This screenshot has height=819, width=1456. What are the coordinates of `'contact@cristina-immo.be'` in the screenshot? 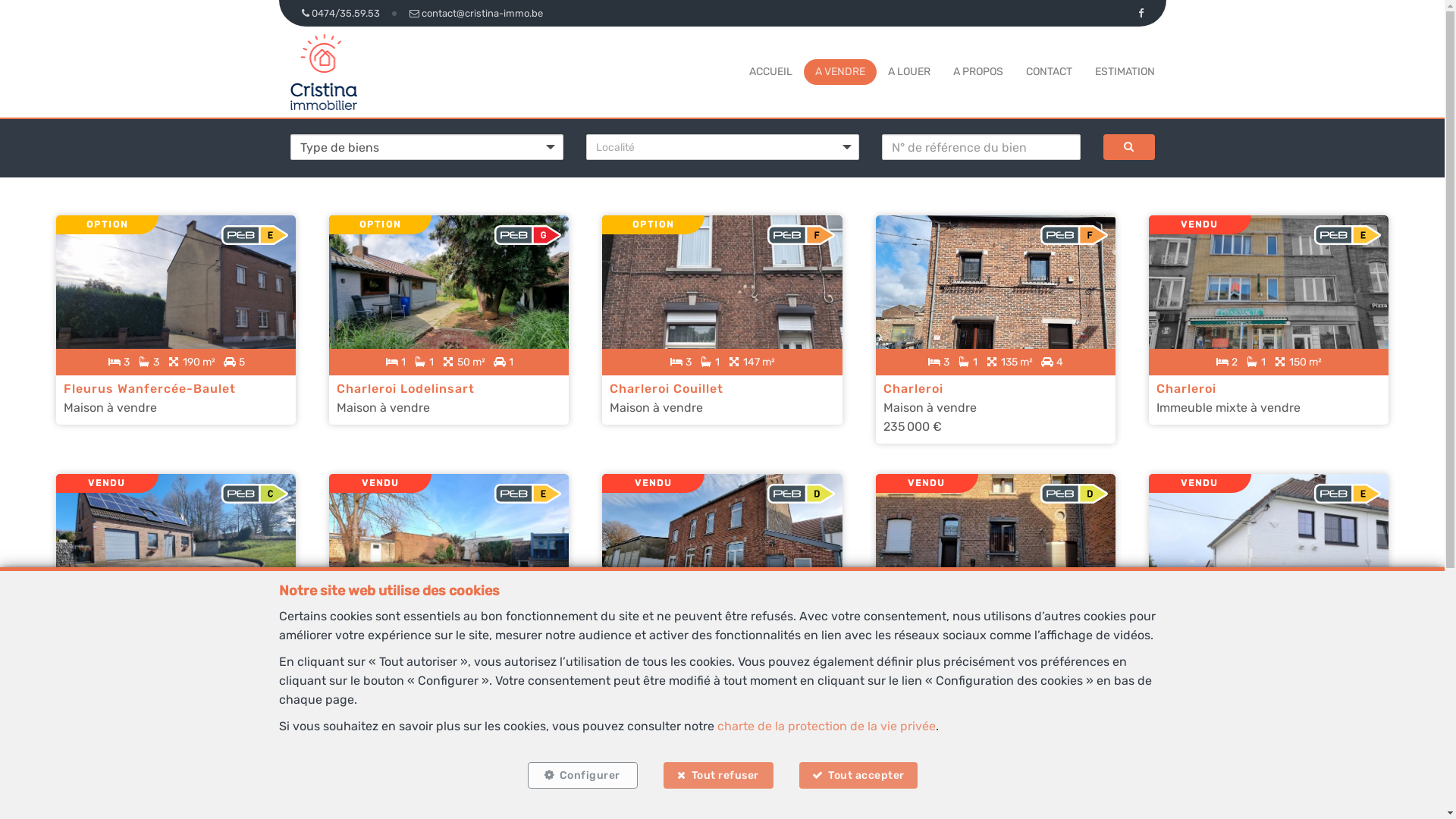 It's located at (475, 13).